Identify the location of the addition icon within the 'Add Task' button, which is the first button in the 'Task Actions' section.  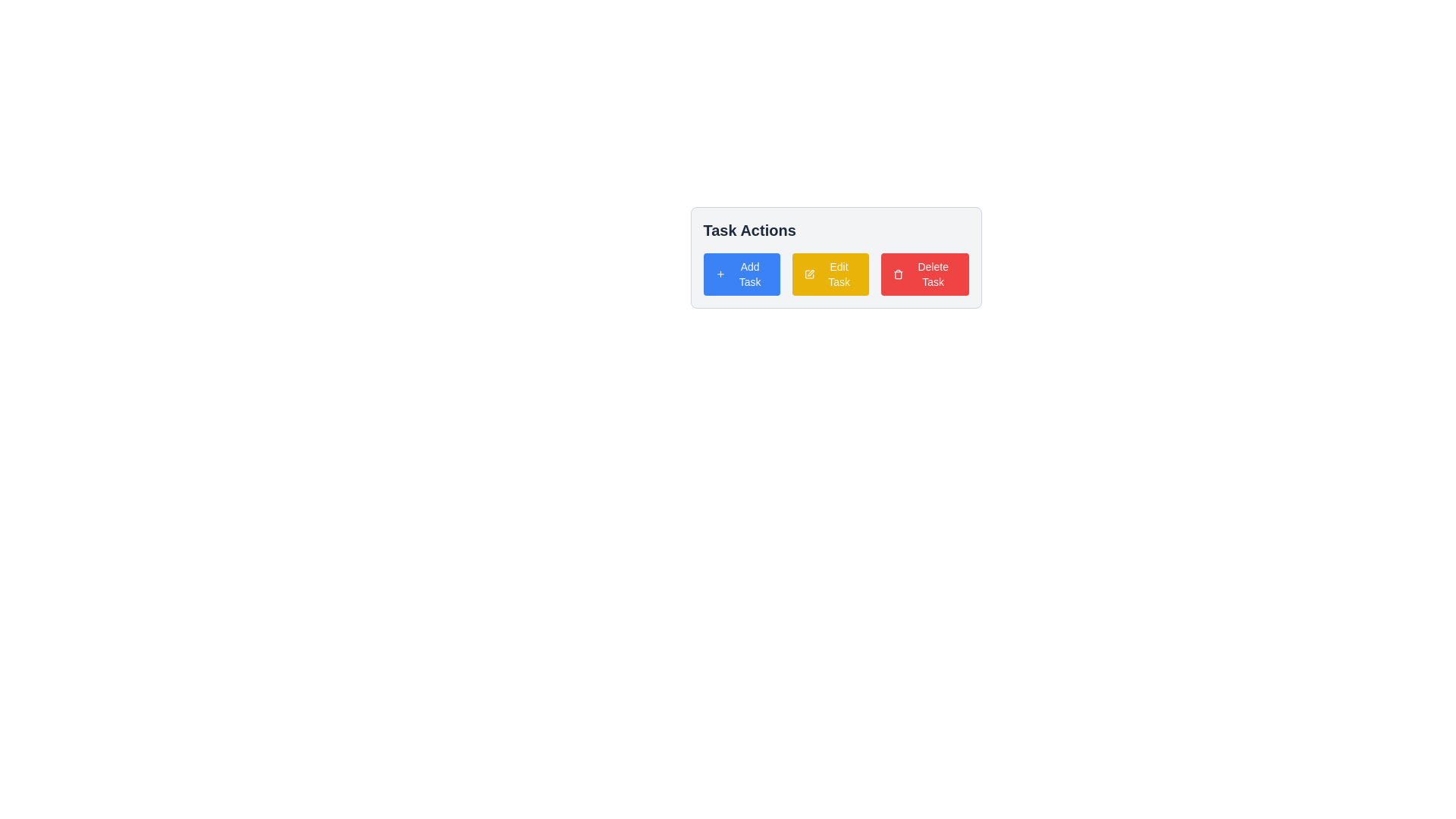
(720, 275).